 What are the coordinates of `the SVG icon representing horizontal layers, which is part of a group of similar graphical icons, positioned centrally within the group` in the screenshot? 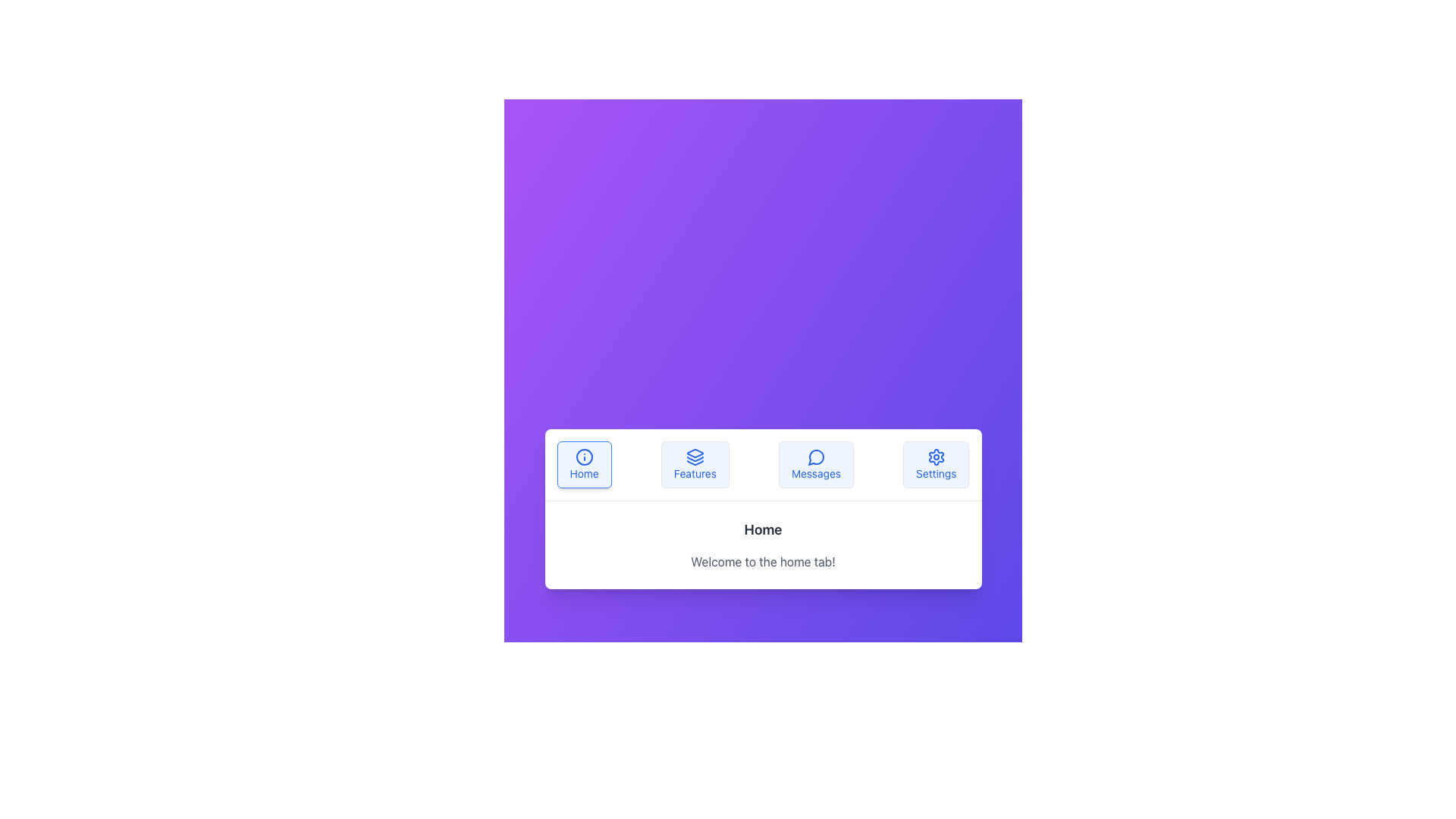 It's located at (694, 458).